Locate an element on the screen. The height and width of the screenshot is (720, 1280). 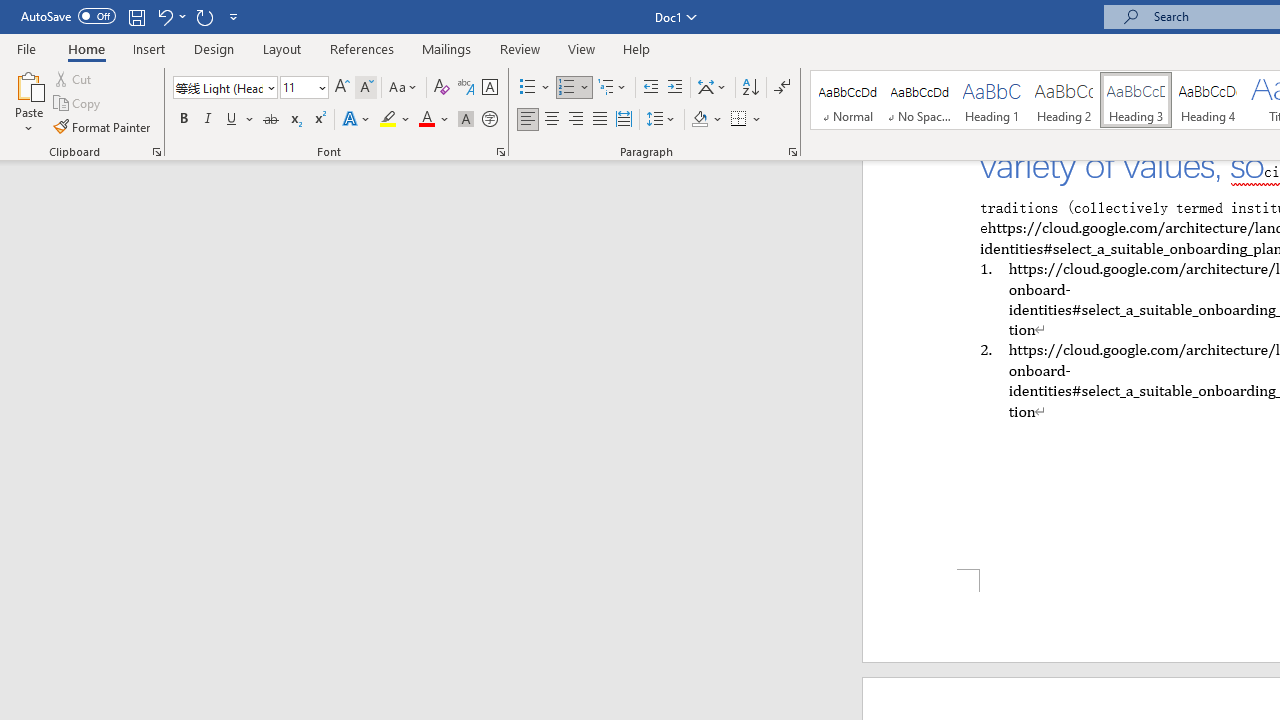
'Decrease Indent' is located at coordinates (650, 86).